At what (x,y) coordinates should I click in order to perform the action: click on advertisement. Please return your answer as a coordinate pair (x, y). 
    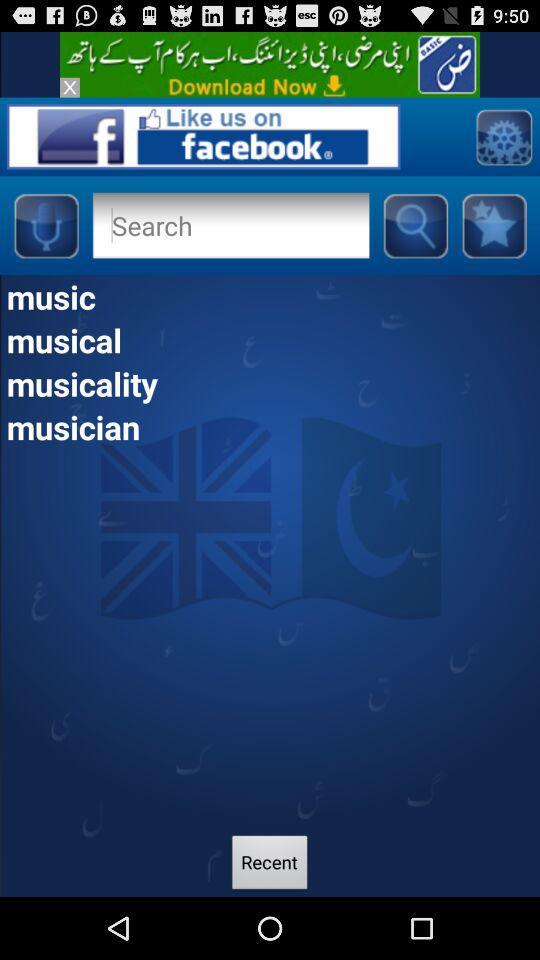
    Looking at the image, I should click on (68, 87).